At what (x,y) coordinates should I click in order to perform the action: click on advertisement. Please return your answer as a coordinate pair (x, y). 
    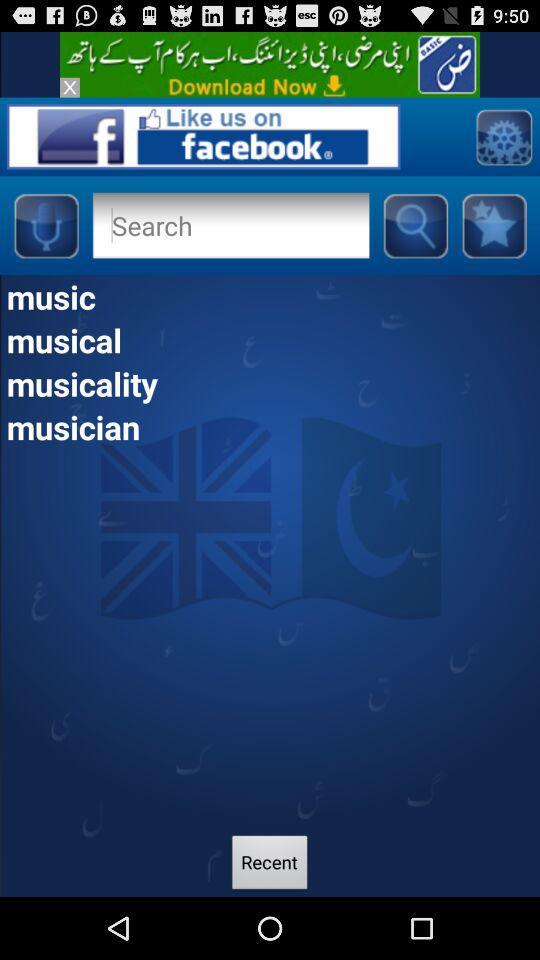
    Looking at the image, I should click on (68, 87).